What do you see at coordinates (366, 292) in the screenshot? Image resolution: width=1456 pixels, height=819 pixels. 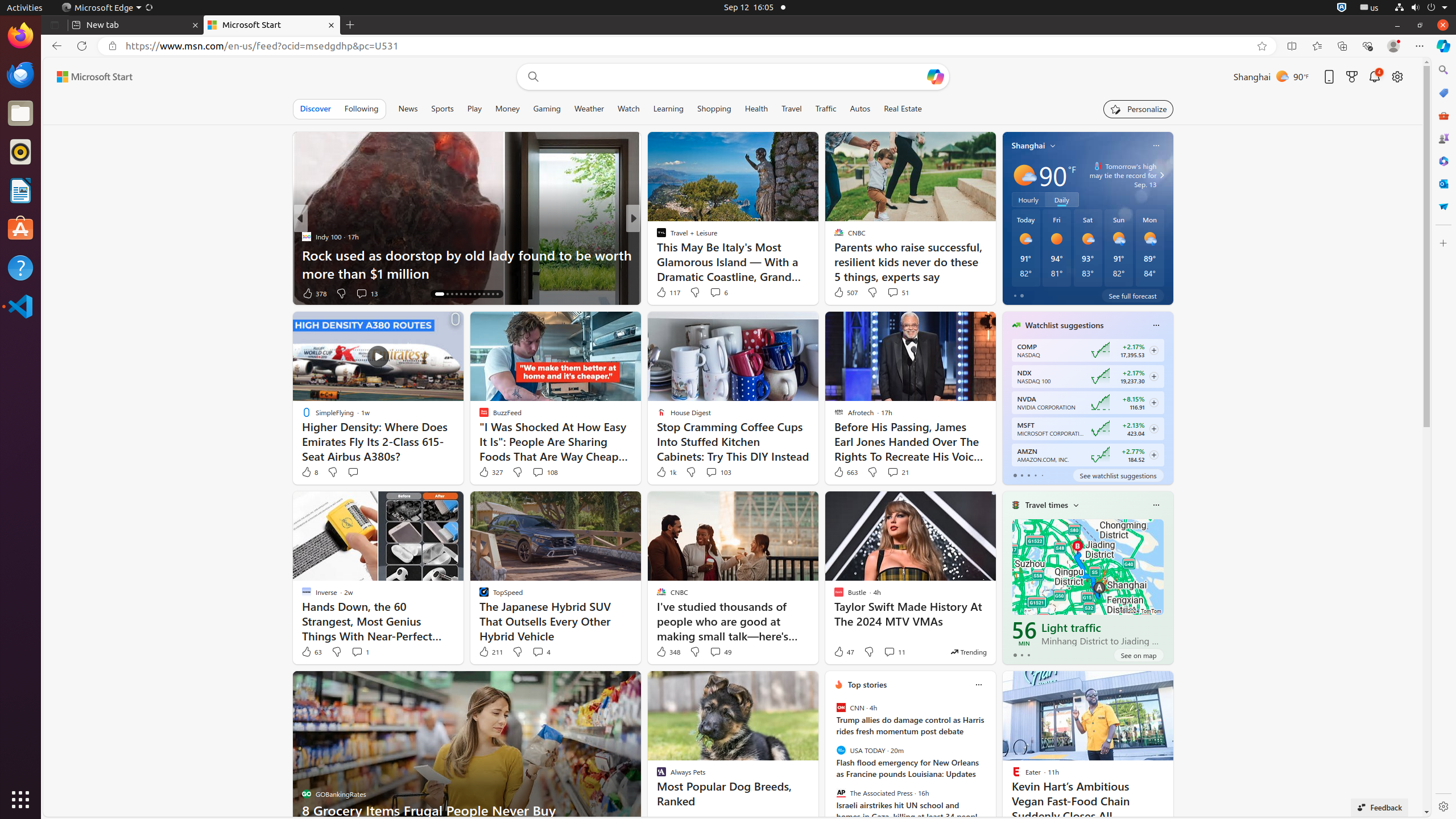 I see `'View comments 13 Comment'` at bounding box center [366, 292].